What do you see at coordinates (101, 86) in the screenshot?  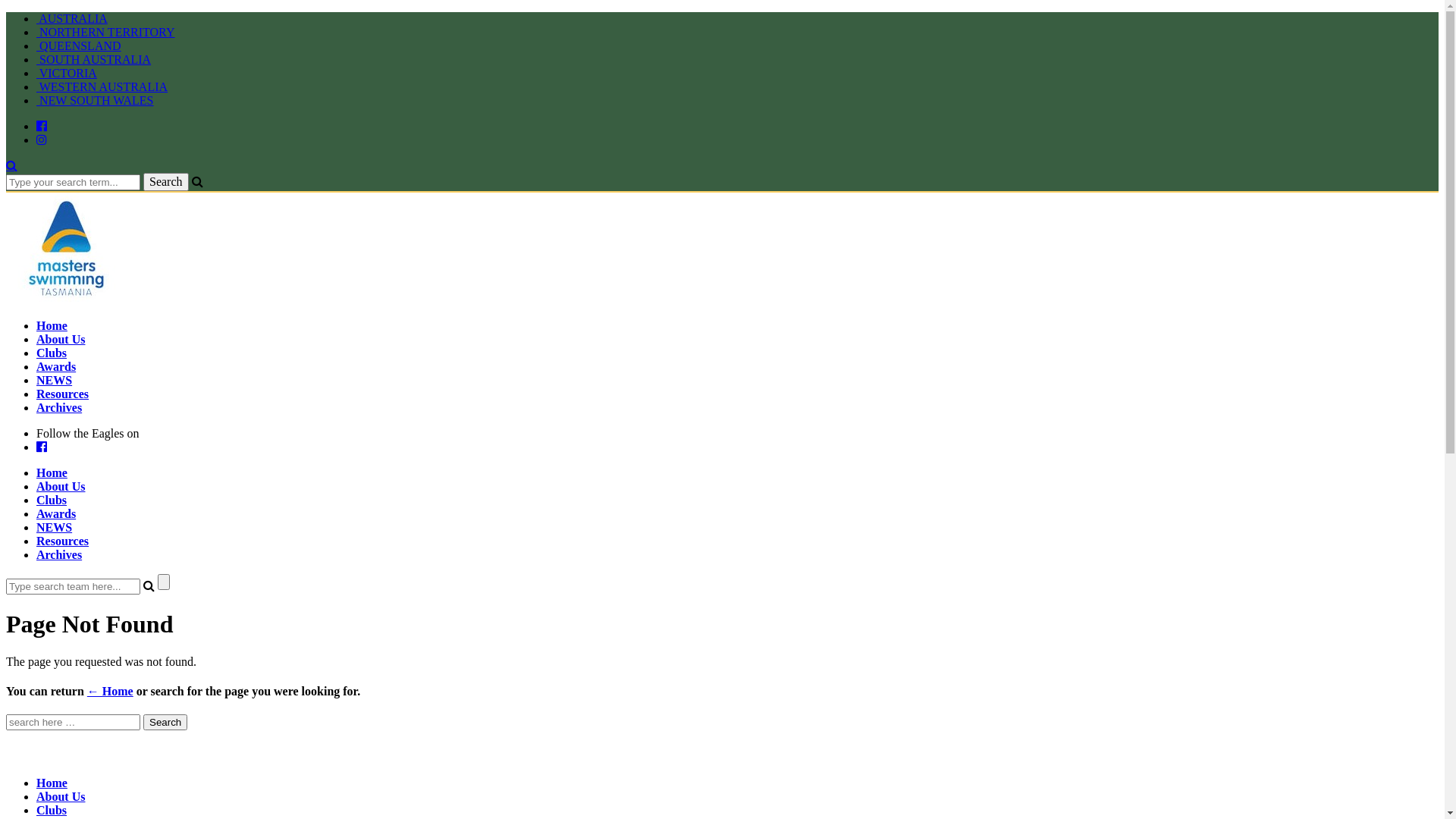 I see `'WESTERN AUSTRALIA'` at bounding box center [101, 86].